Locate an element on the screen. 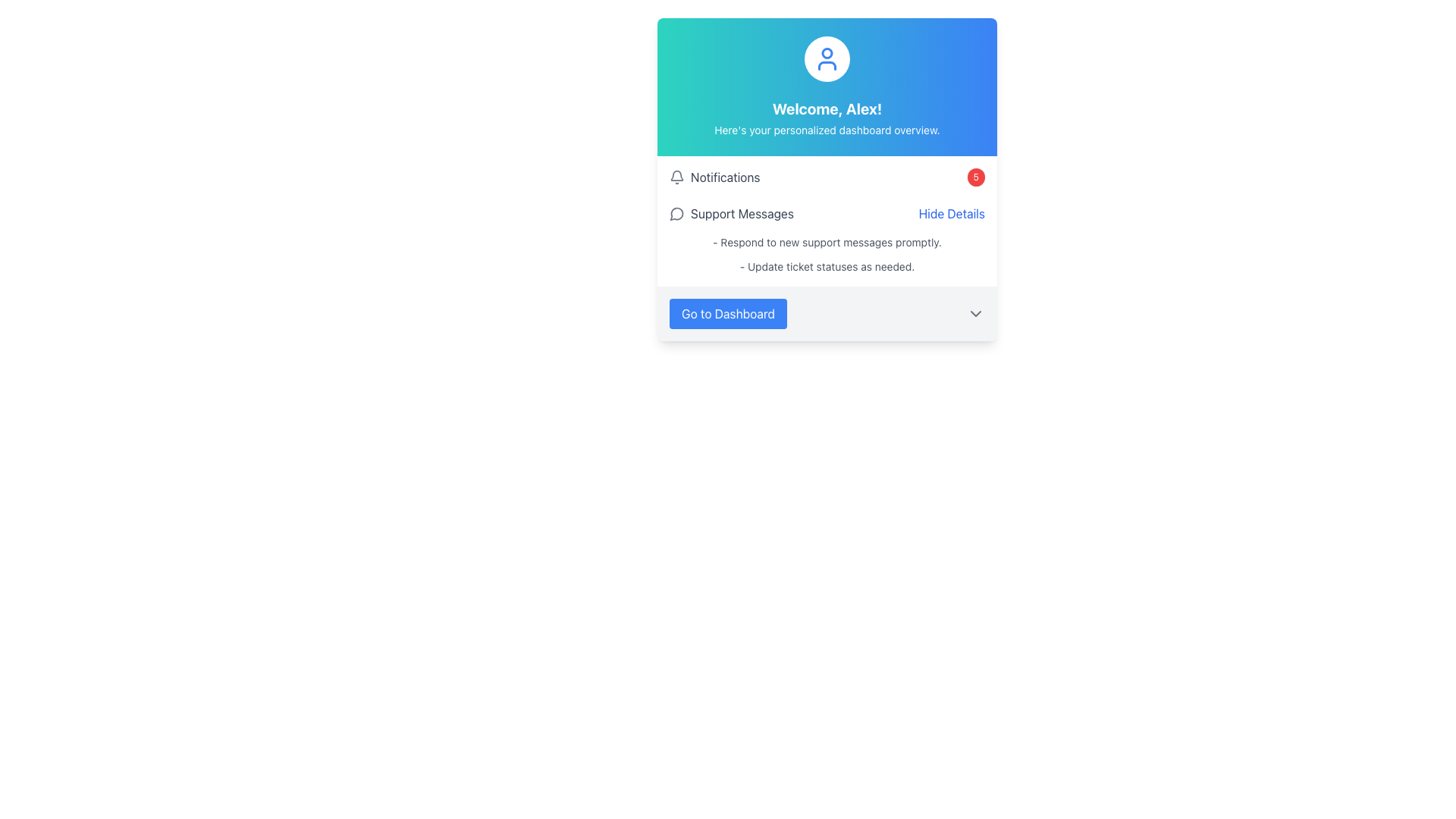 This screenshot has height=819, width=1456. the Informational Header located at the top of the dashboard, which welcomes the user and personalizes the interface is located at coordinates (826, 87).